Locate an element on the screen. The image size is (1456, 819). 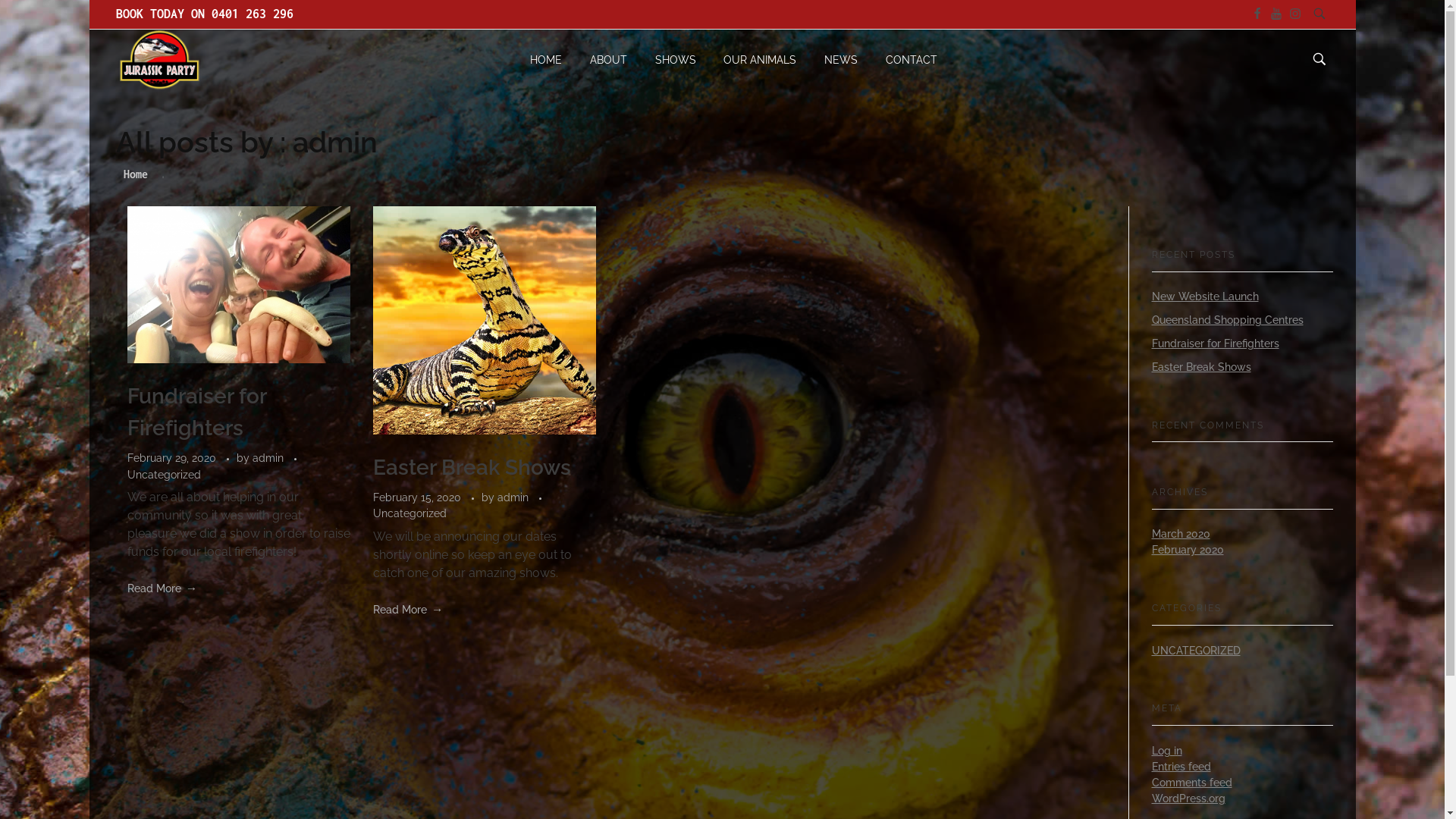
'Log in' is located at coordinates (1165, 751).